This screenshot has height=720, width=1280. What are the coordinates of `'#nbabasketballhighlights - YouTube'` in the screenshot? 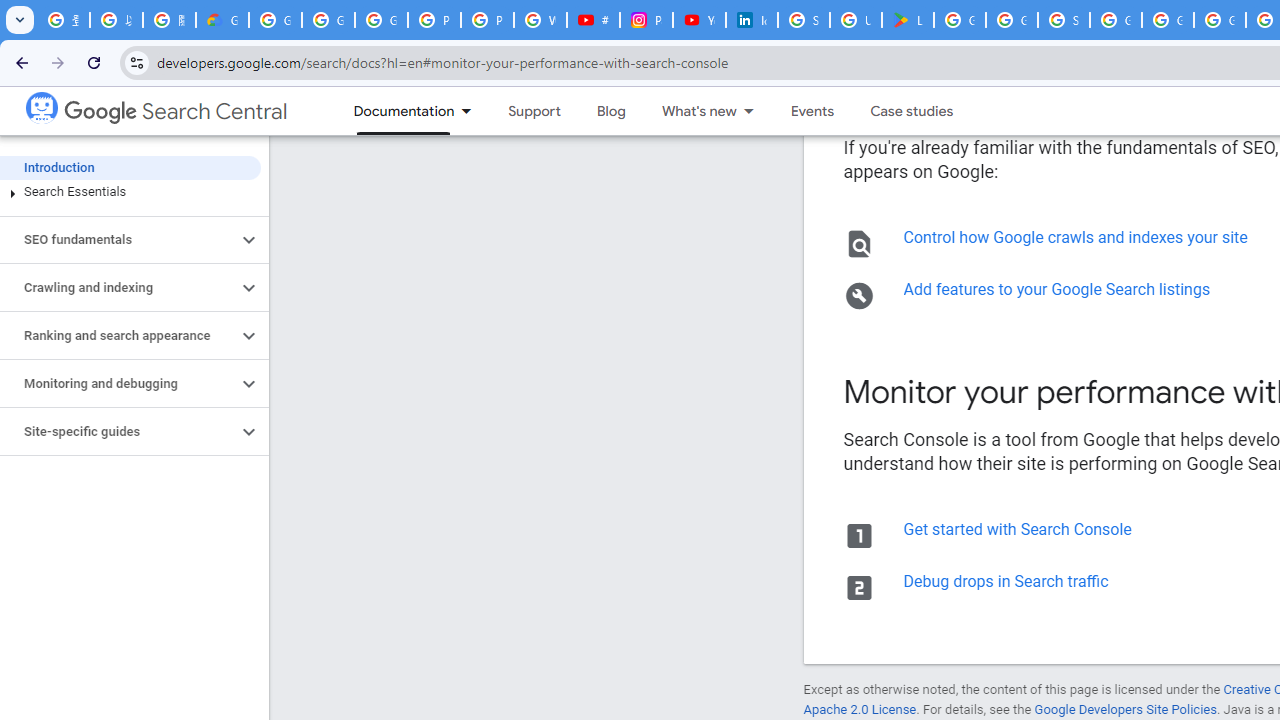 It's located at (592, 20).